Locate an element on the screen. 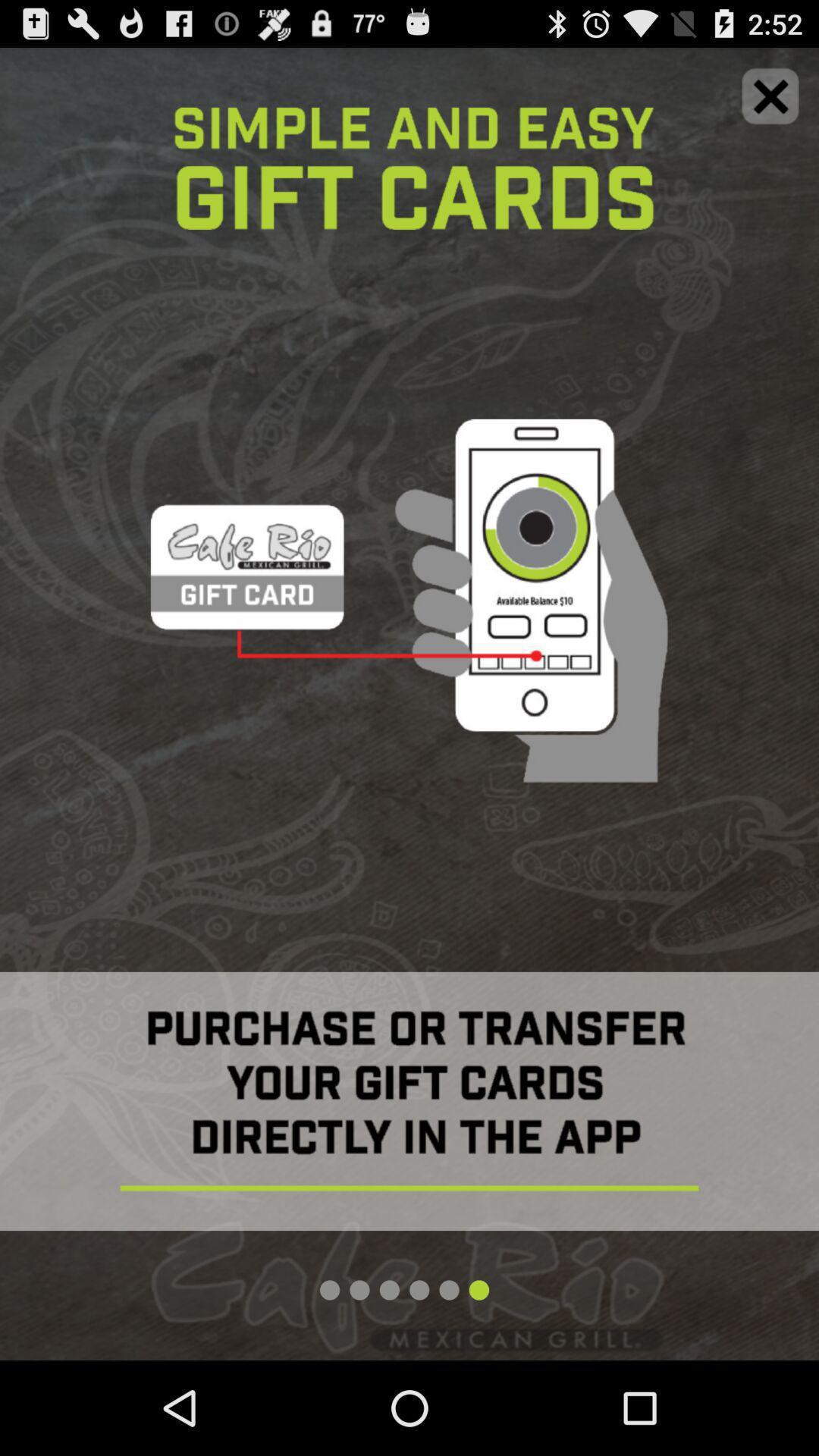 This screenshot has height=1456, width=819. closing icon is located at coordinates (770, 95).